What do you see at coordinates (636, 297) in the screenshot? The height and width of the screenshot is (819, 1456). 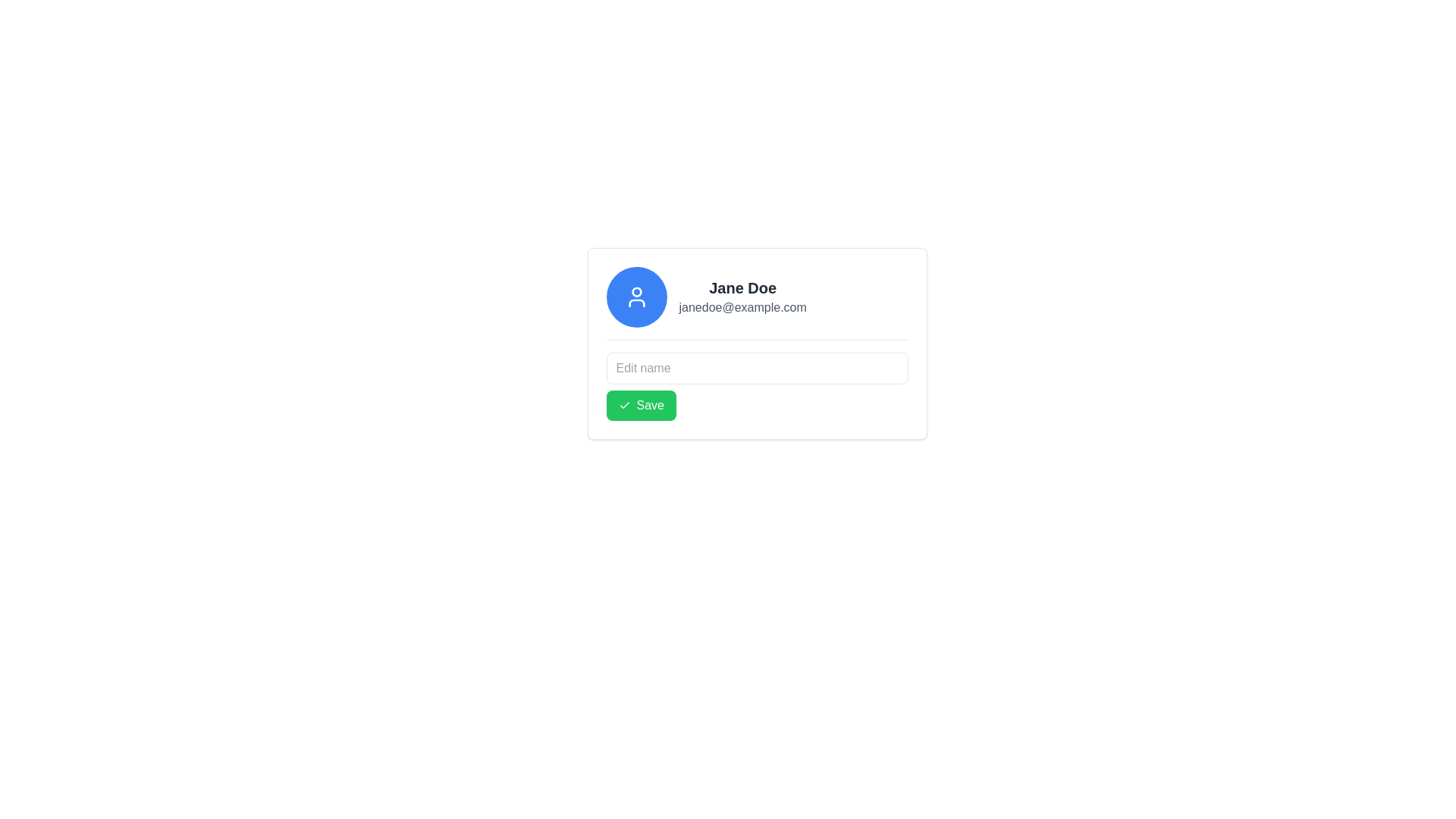 I see `the Circular Avatar Component, which is a blue circular element with a white user icon, located at the top-left corner of the user information card next to 'Jane Doe' and 'janedoe@example.com'` at bounding box center [636, 297].